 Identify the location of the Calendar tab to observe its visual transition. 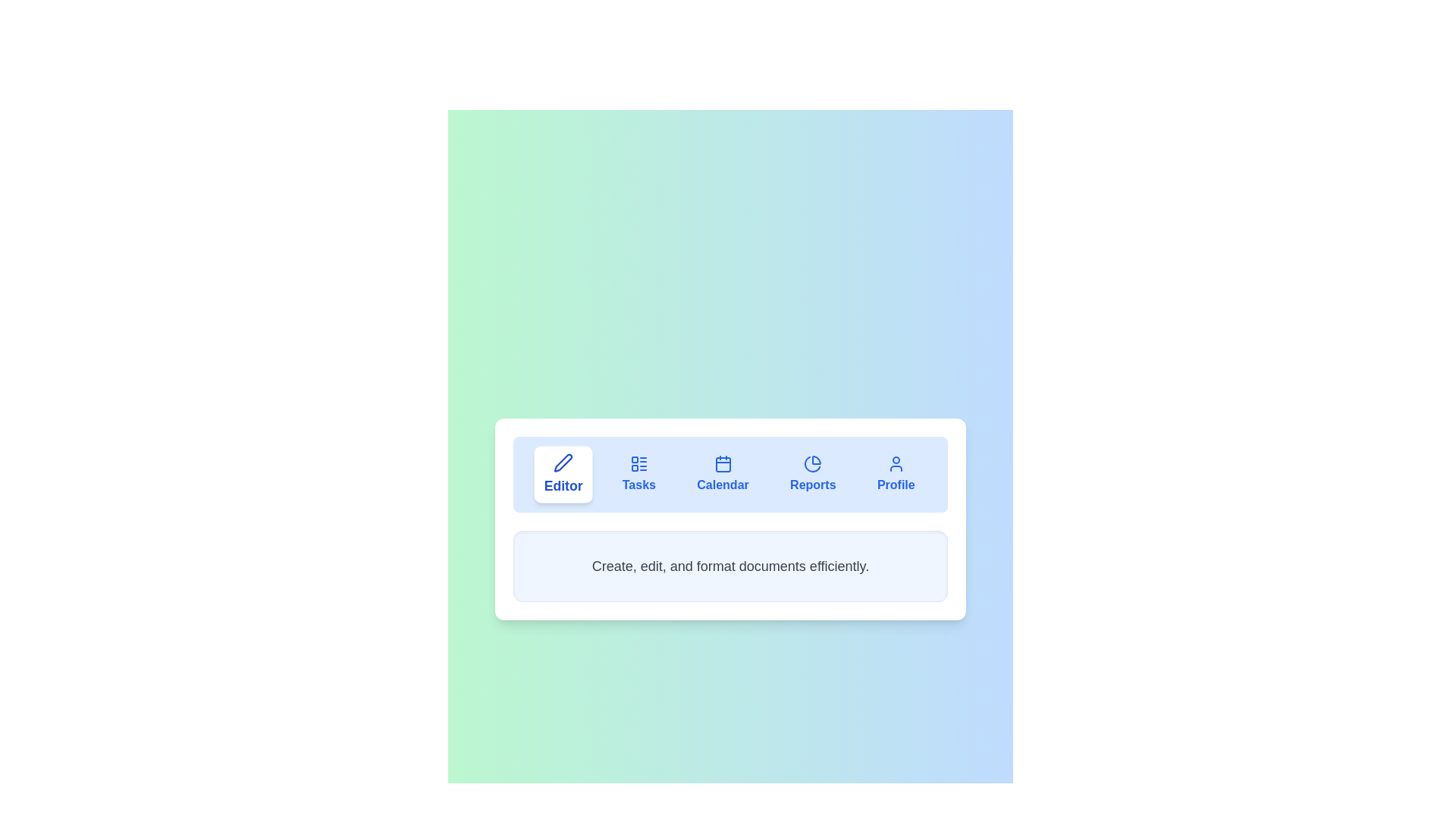
(722, 473).